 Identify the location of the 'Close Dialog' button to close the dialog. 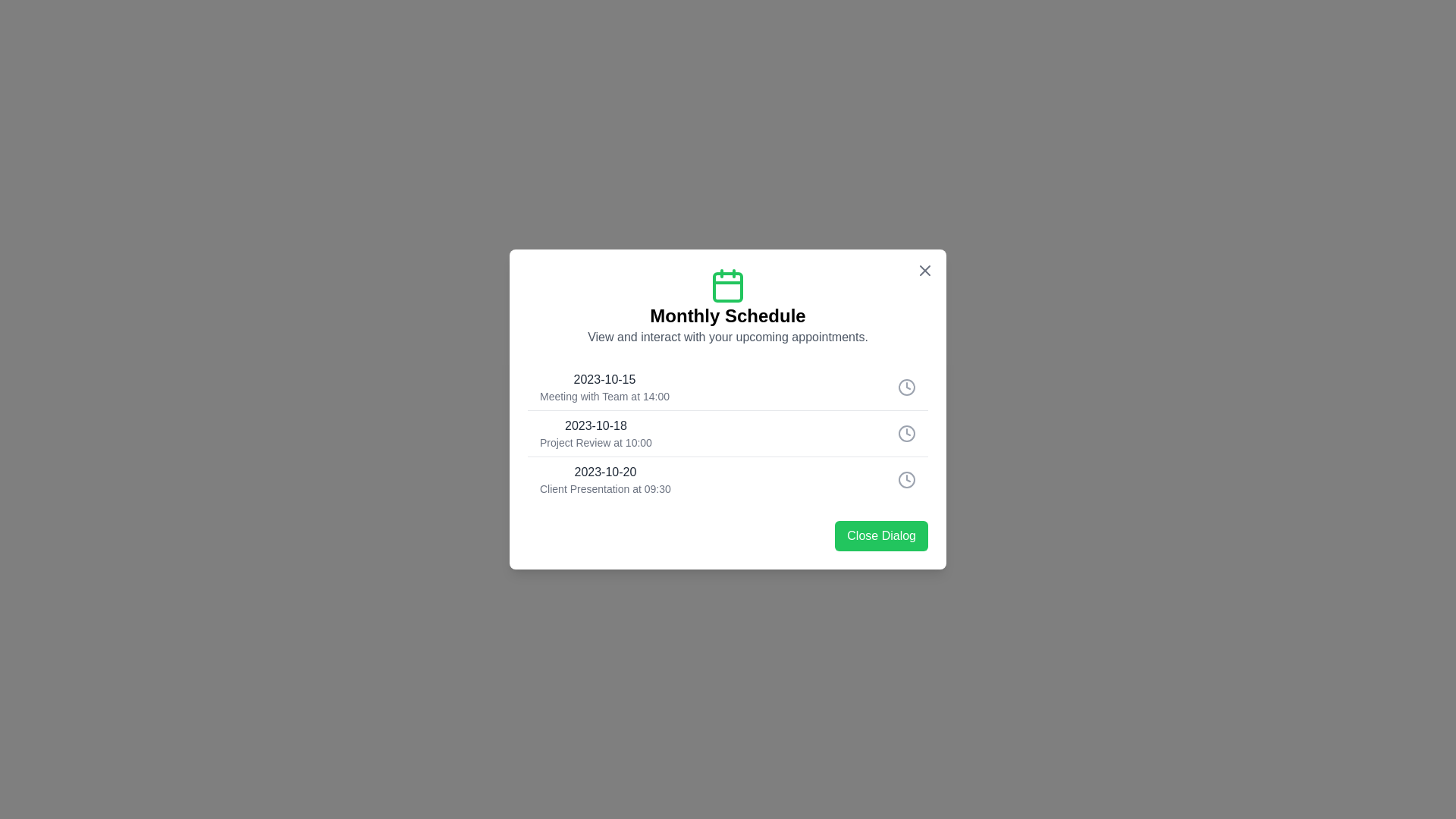
(880, 535).